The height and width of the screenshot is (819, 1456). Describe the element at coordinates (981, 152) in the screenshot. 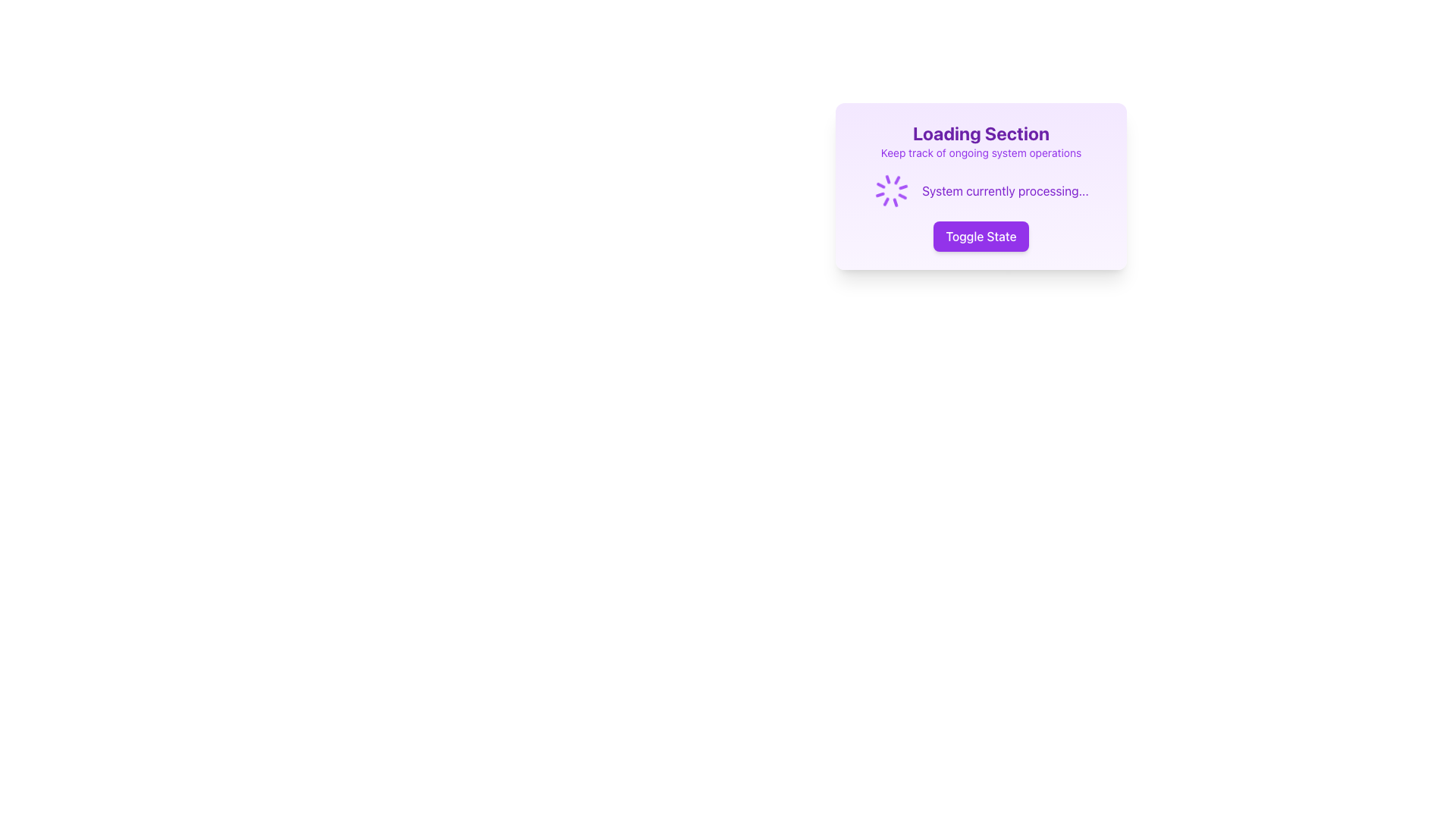

I see `the text label styled in small font size and colored purple, which contains the text 'Keep track of ongoing system operations', located below the 'Loading Section'` at that location.